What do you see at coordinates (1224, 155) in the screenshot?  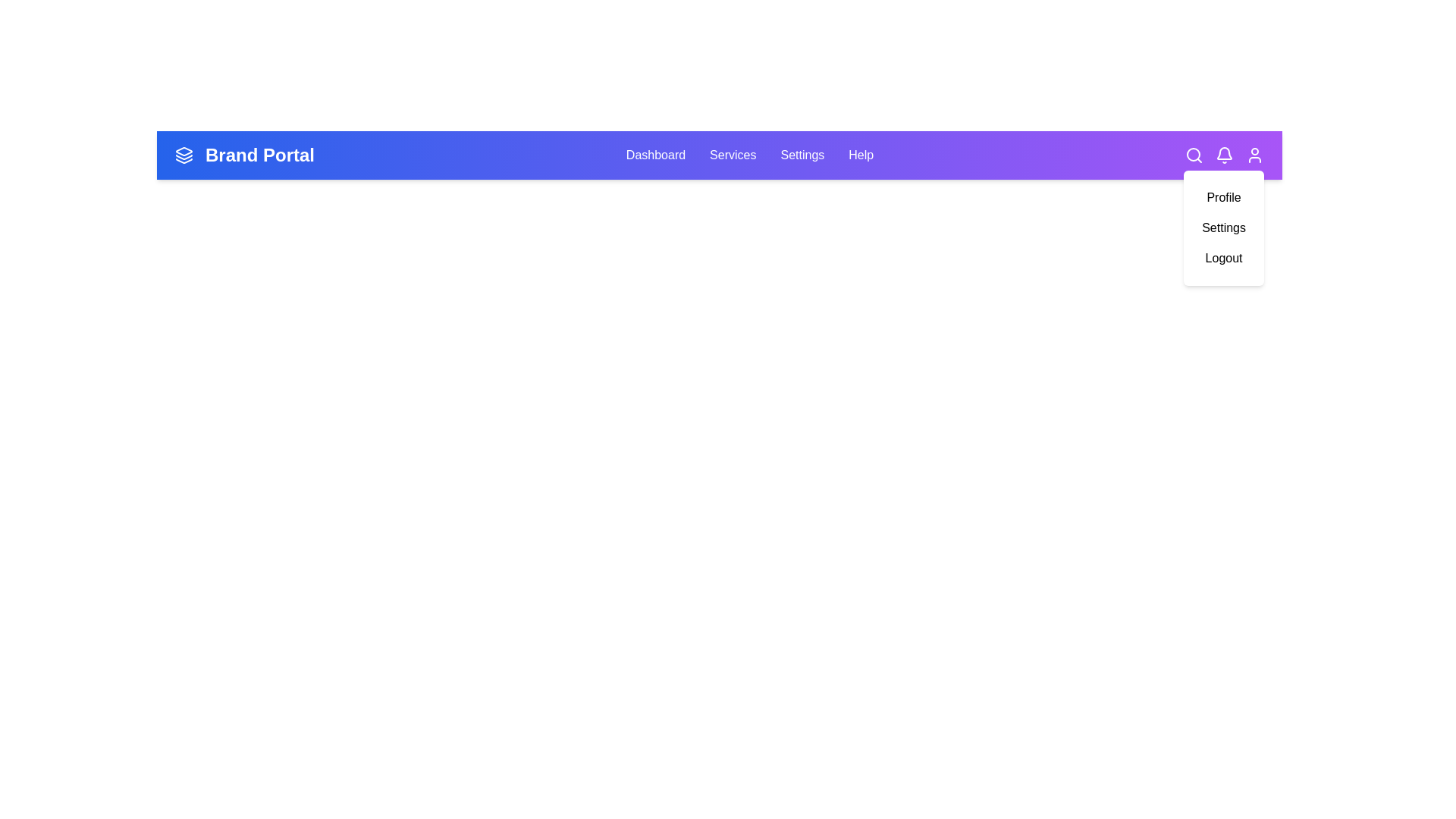 I see `the bell icon in the top-right corner of the header bar` at bounding box center [1224, 155].